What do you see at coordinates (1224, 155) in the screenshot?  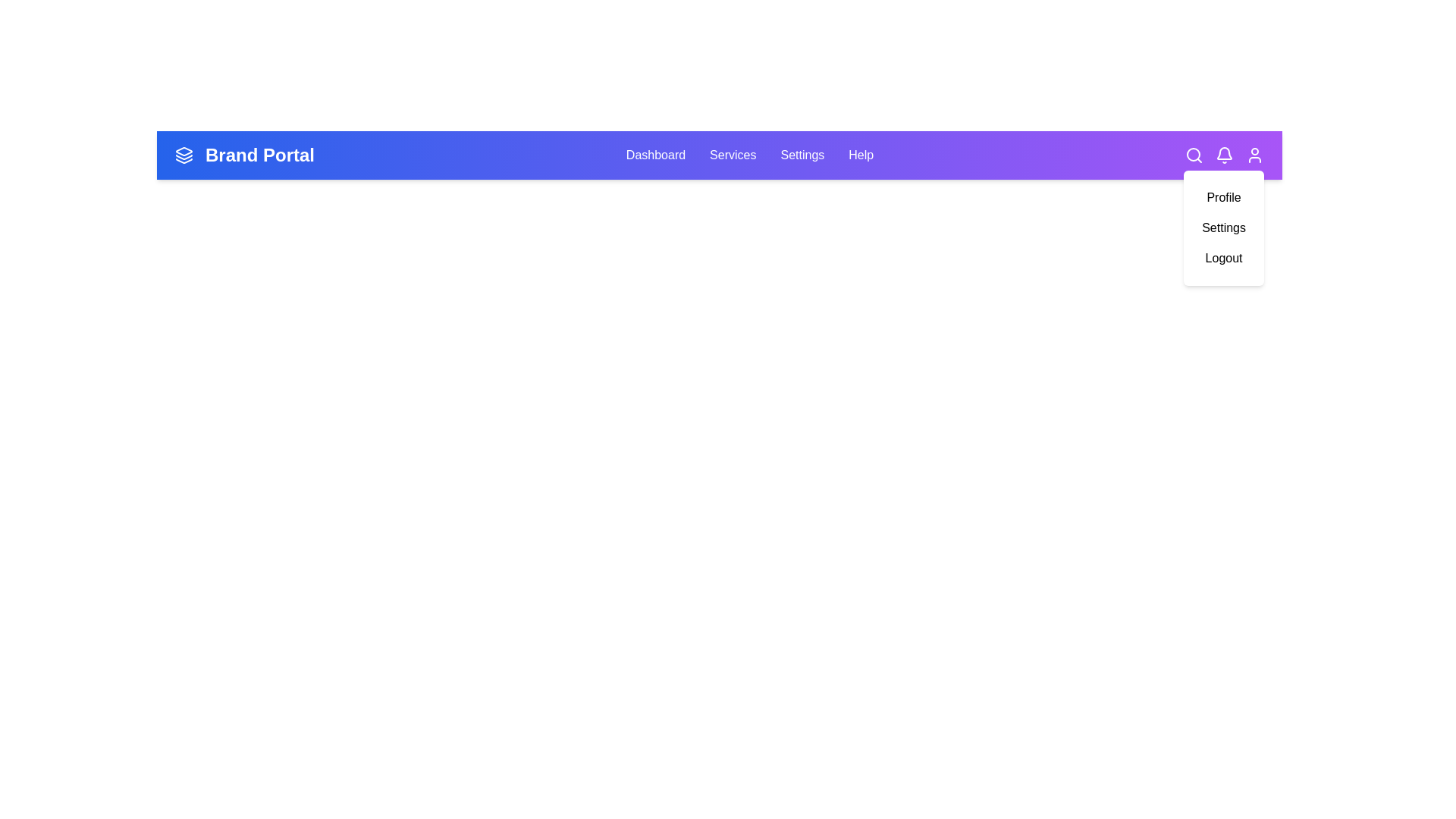 I see `the bell icon in the top-right corner of the header bar` at bounding box center [1224, 155].